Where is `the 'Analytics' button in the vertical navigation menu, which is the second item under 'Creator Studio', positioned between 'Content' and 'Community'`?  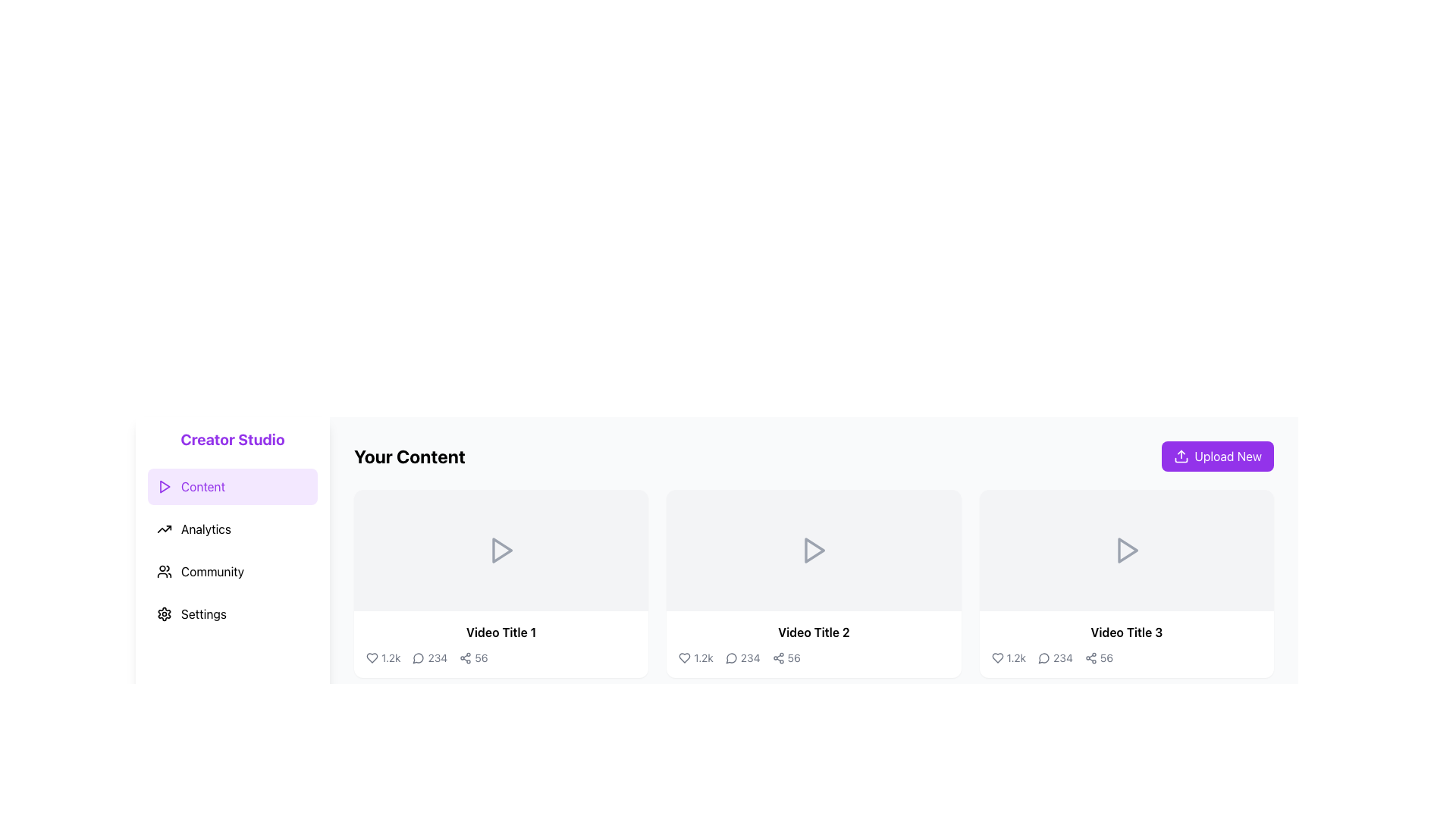
the 'Analytics' button in the vertical navigation menu, which is the second item under 'Creator Studio', positioned between 'Content' and 'Community' is located at coordinates (232, 550).